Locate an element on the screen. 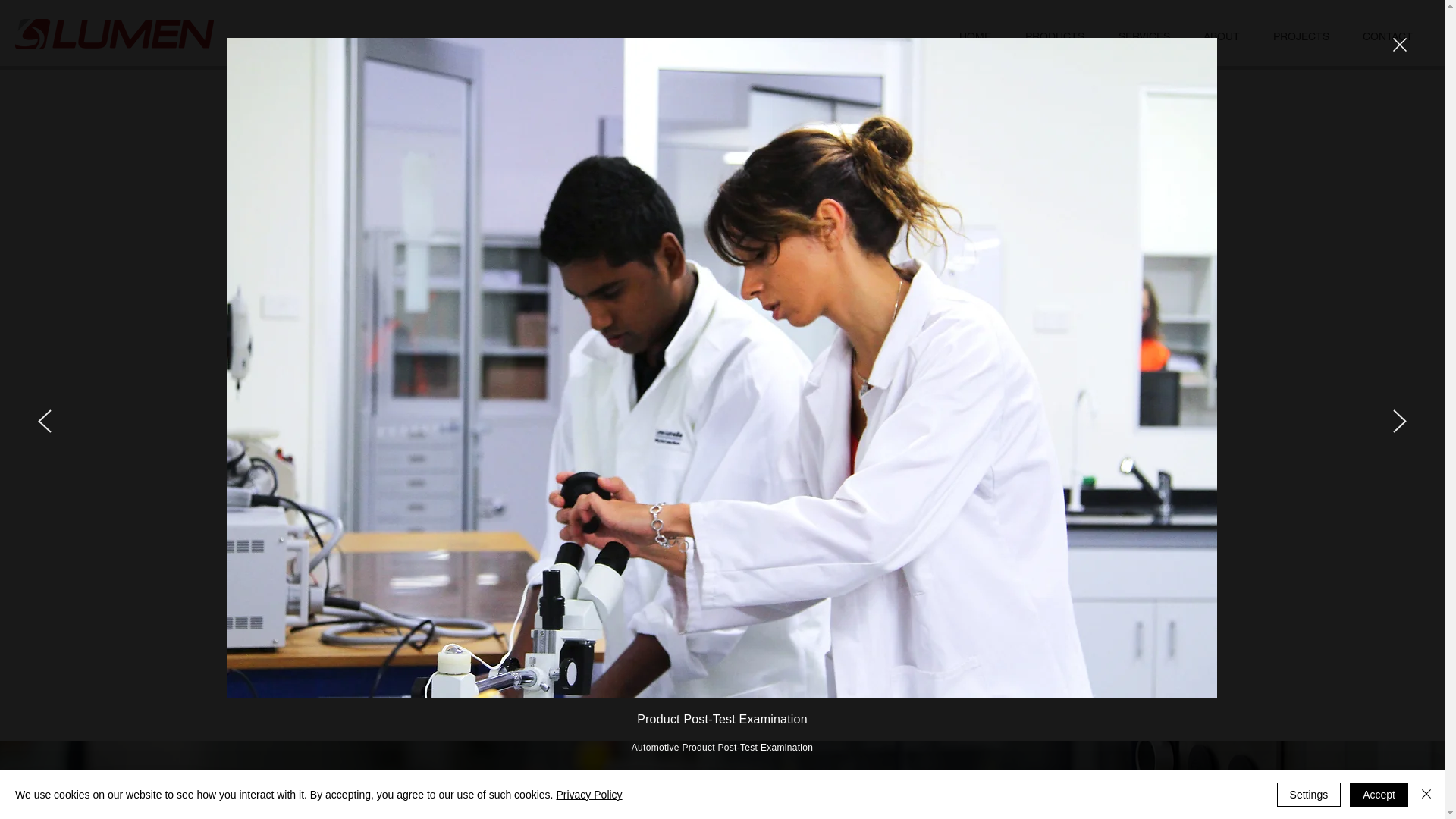 The height and width of the screenshot is (819, 1456). 'PRODUCTS' is located at coordinates (1053, 36).